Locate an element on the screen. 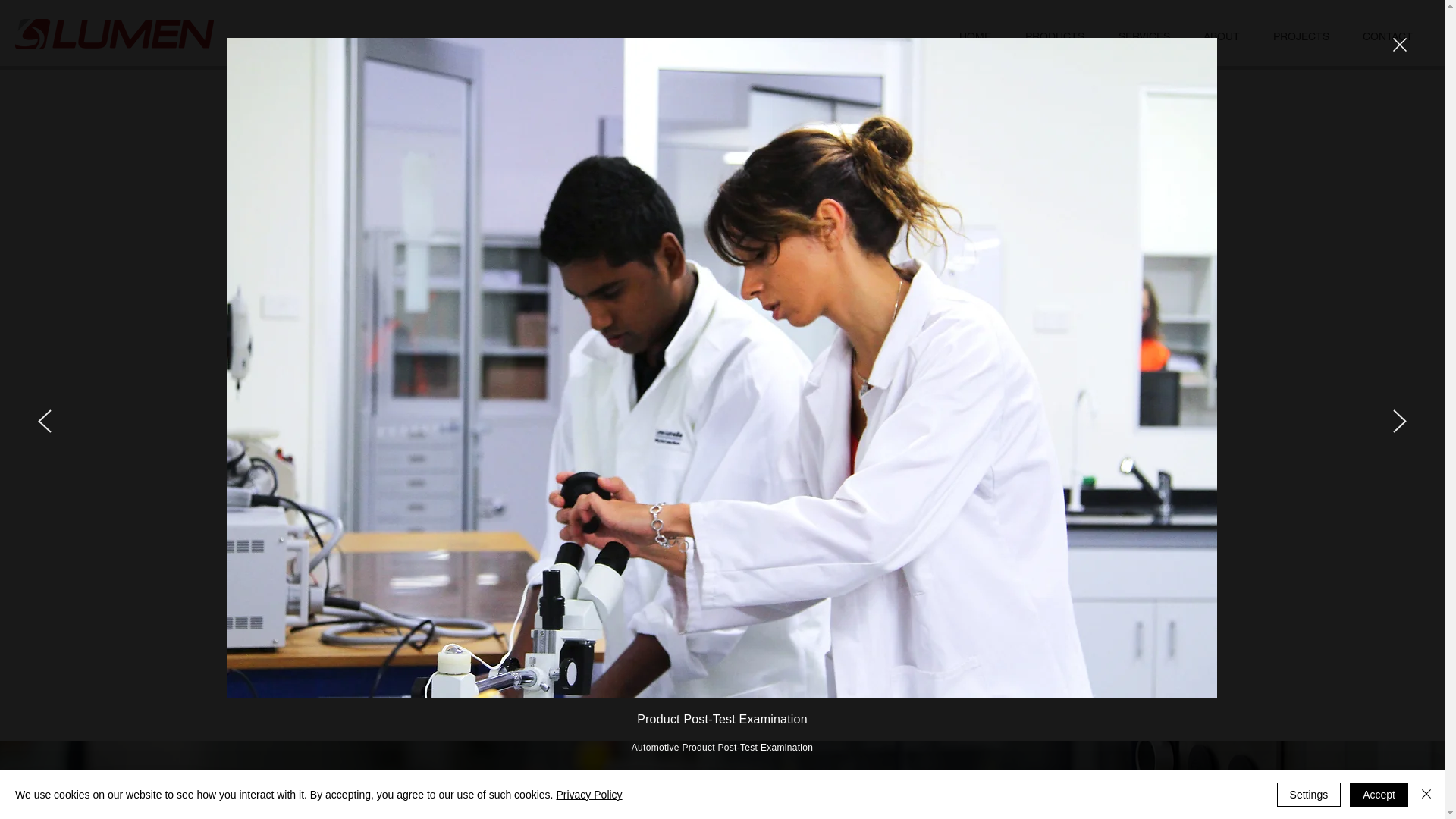 The height and width of the screenshot is (819, 1456). 'PRODUCTS' is located at coordinates (1053, 36).